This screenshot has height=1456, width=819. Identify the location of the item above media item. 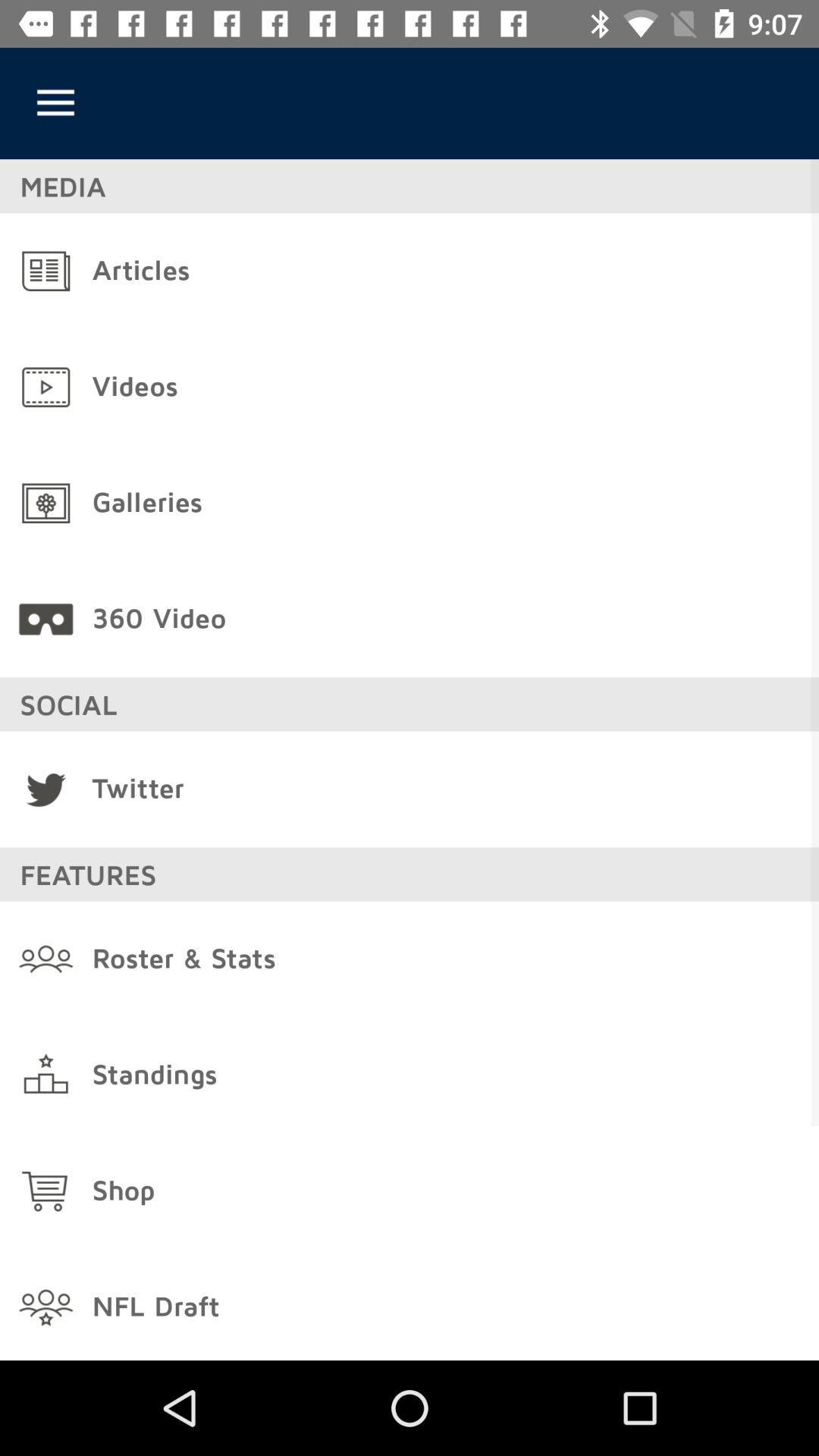
(55, 102).